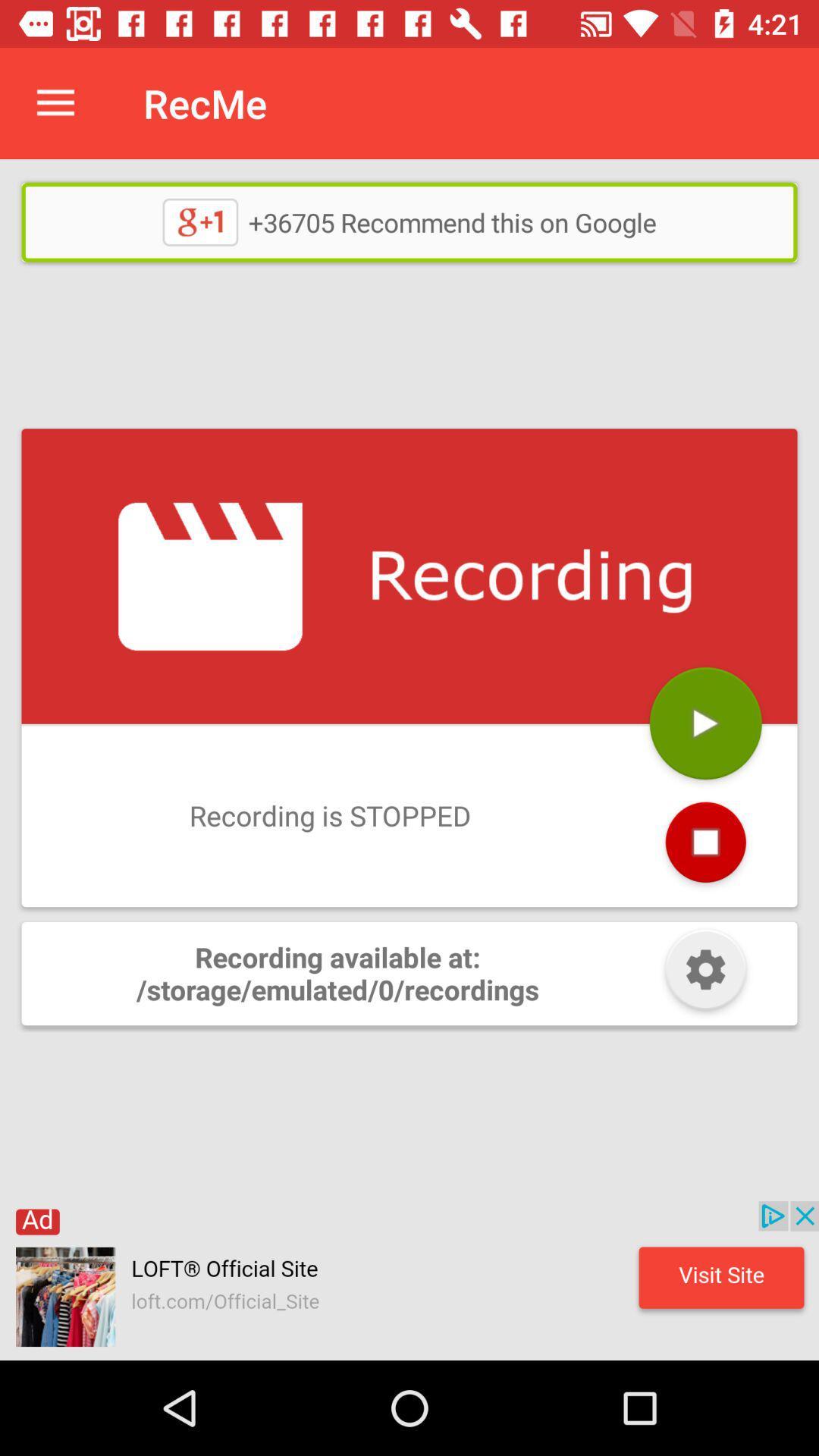 Image resolution: width=819 pixels, height=1456 pixels. Describe the element at coordinates (705, 973) in the screenshot. I see `display settings` at that location.